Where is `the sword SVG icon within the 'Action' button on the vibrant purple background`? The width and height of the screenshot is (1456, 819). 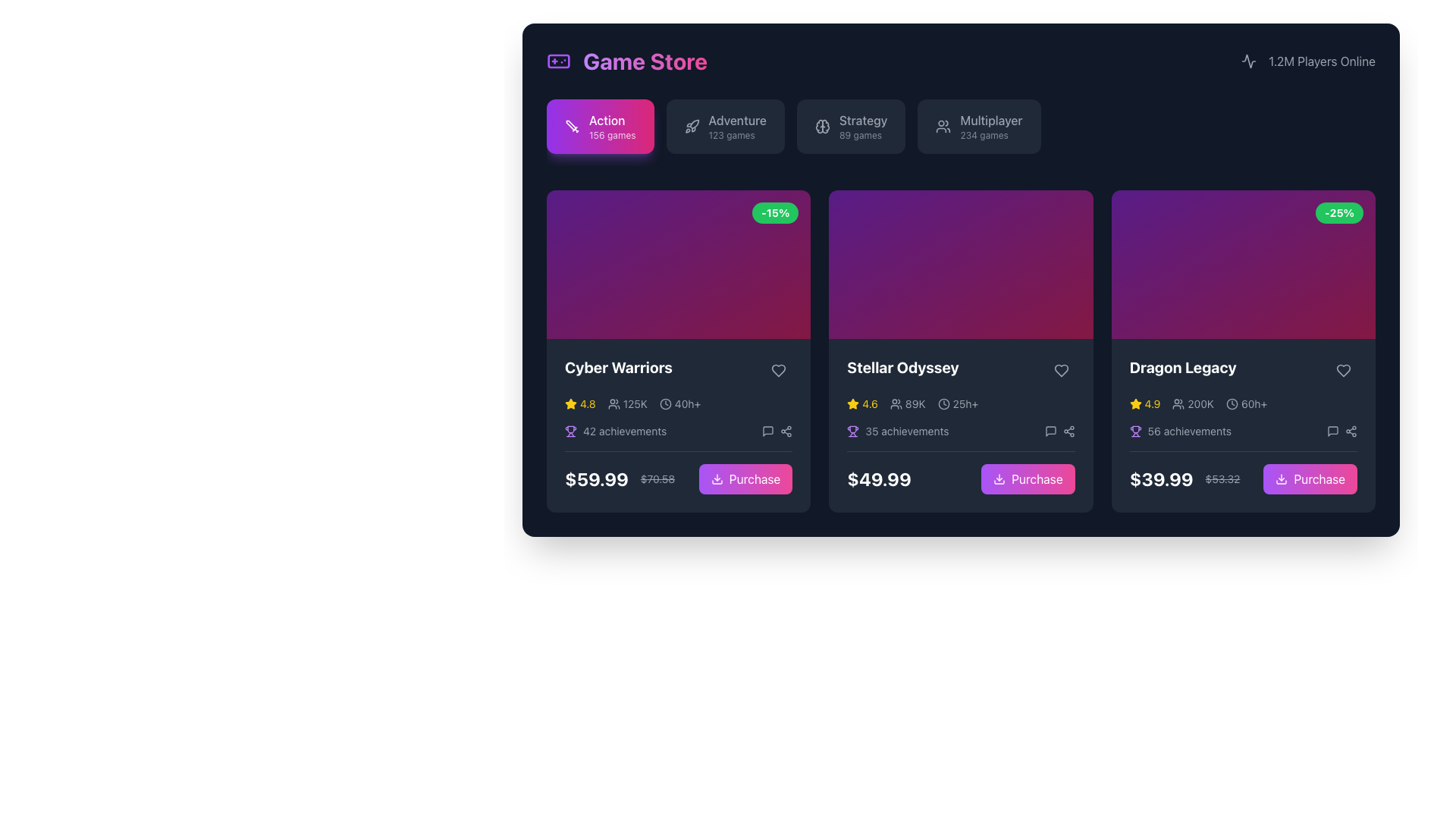
the sword SVG icon within the 'Action' button on the vibrant purple background is located at coordinates (570, 124).